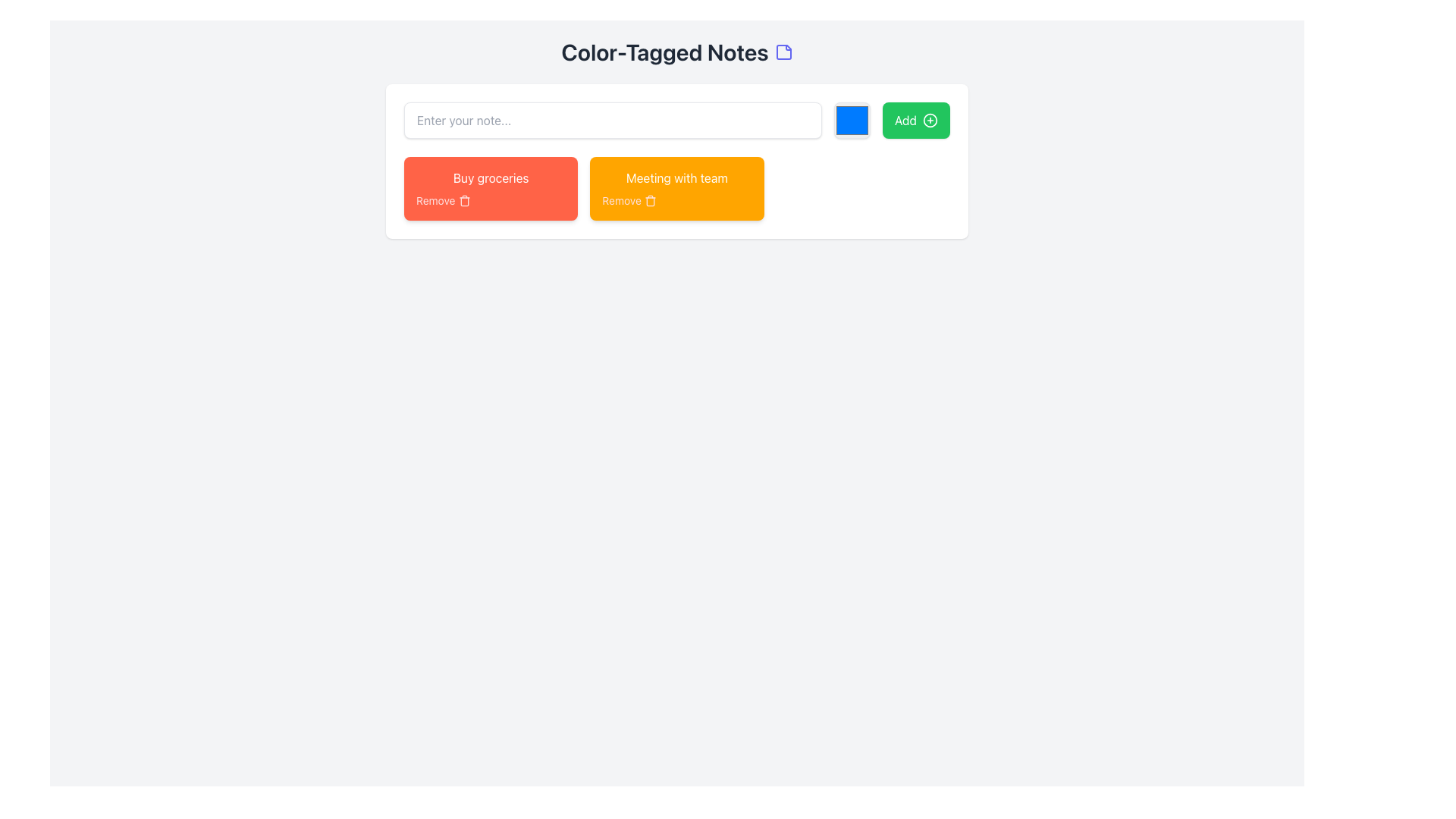 Image resolution: width=1456 pixels, height=819 pixels. Describe the element at coordinates (783, 52) in the screenshot. I see `the blue sticky note icon located in the top-right corner of the 'Color-Tagged Notes' heading` at that location.